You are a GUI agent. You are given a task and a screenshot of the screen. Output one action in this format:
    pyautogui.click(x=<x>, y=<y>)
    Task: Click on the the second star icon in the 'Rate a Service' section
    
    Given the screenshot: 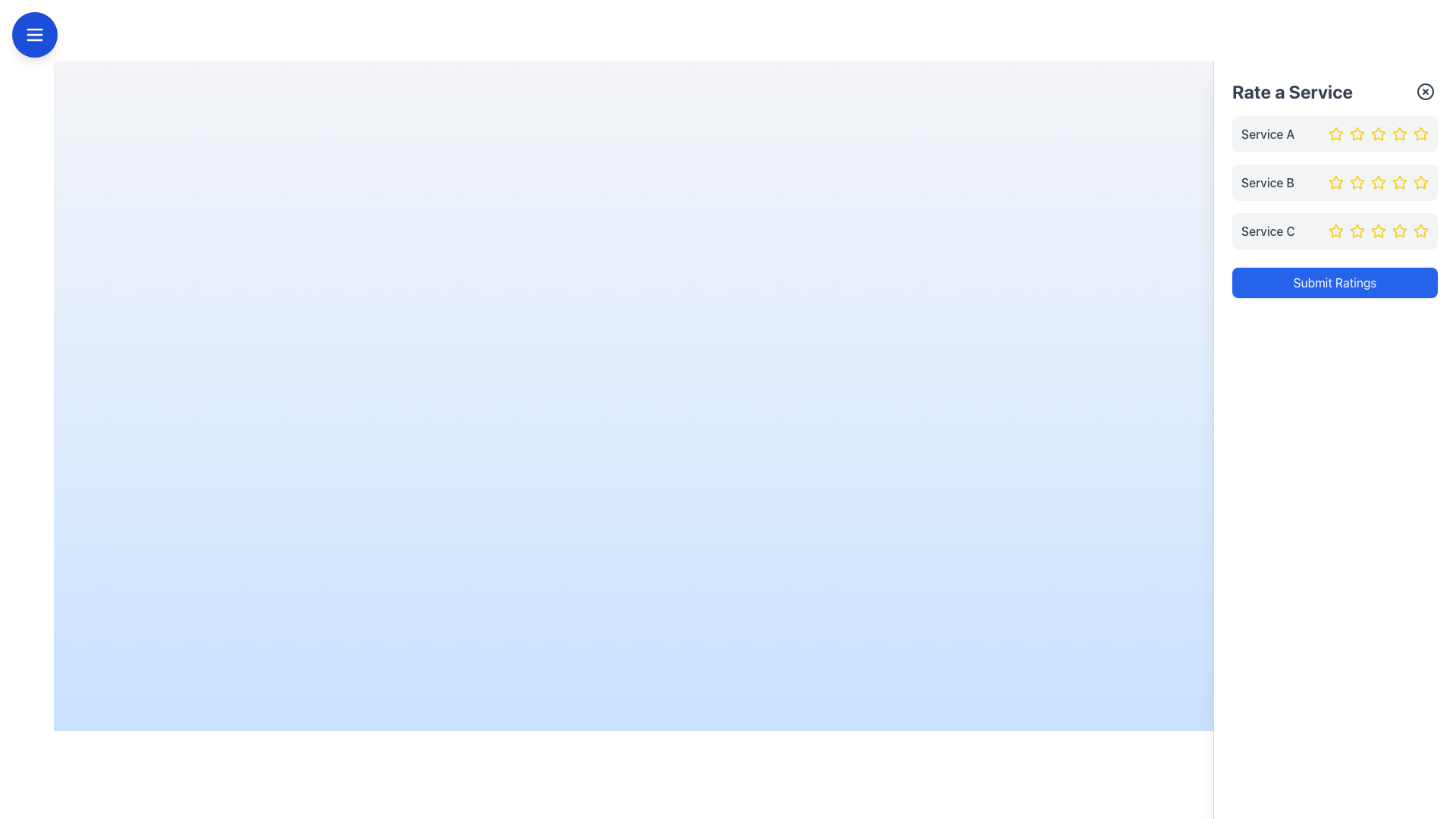 What is the action you would take?
    pyautogui.click(x=1357, y=133)
    